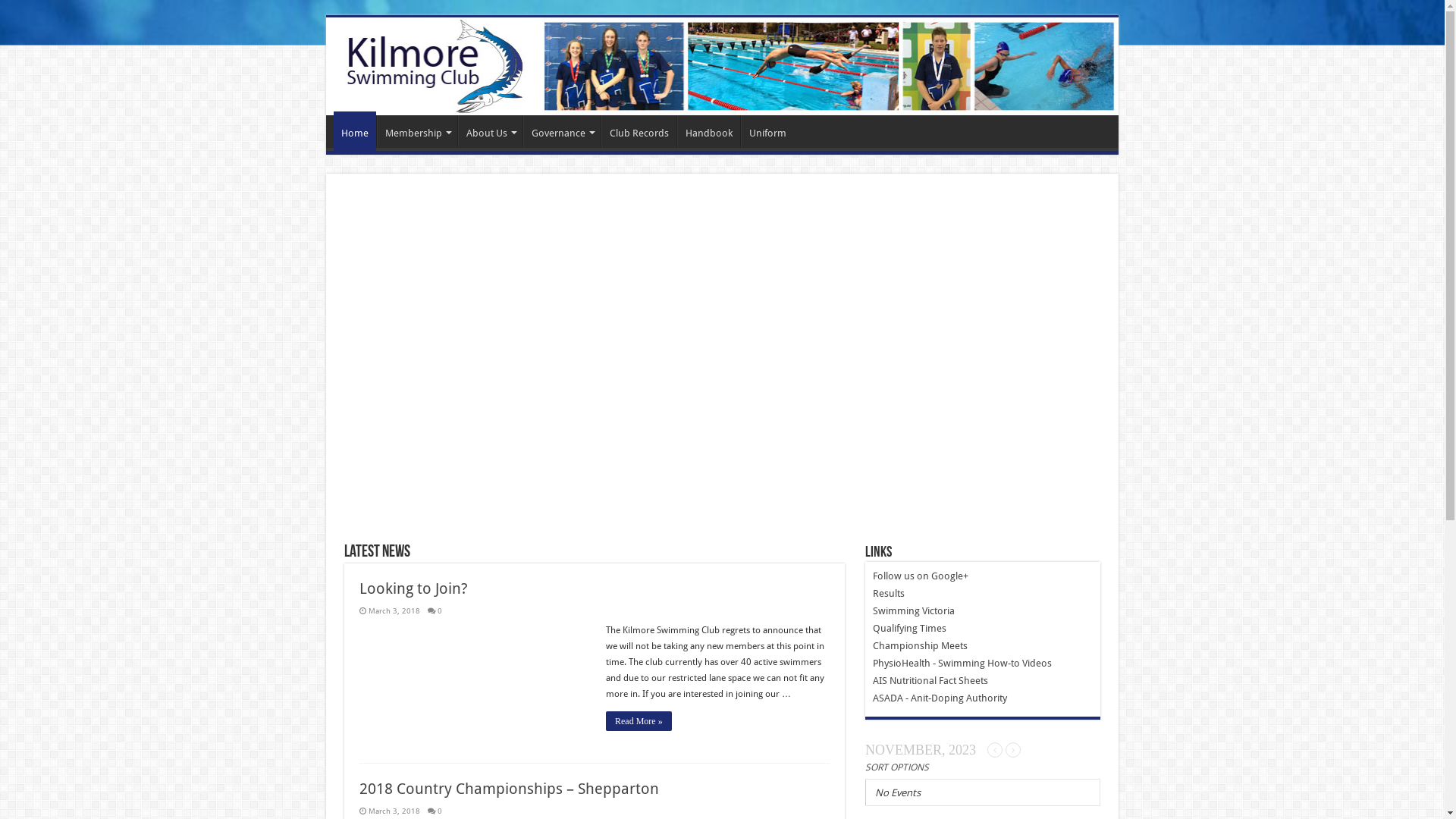 The image size is (1456, 819). What do you see at coordinates (919, 645) in the screenshot?
I see `'Championship Meets'` at bounding box center [919, 645].